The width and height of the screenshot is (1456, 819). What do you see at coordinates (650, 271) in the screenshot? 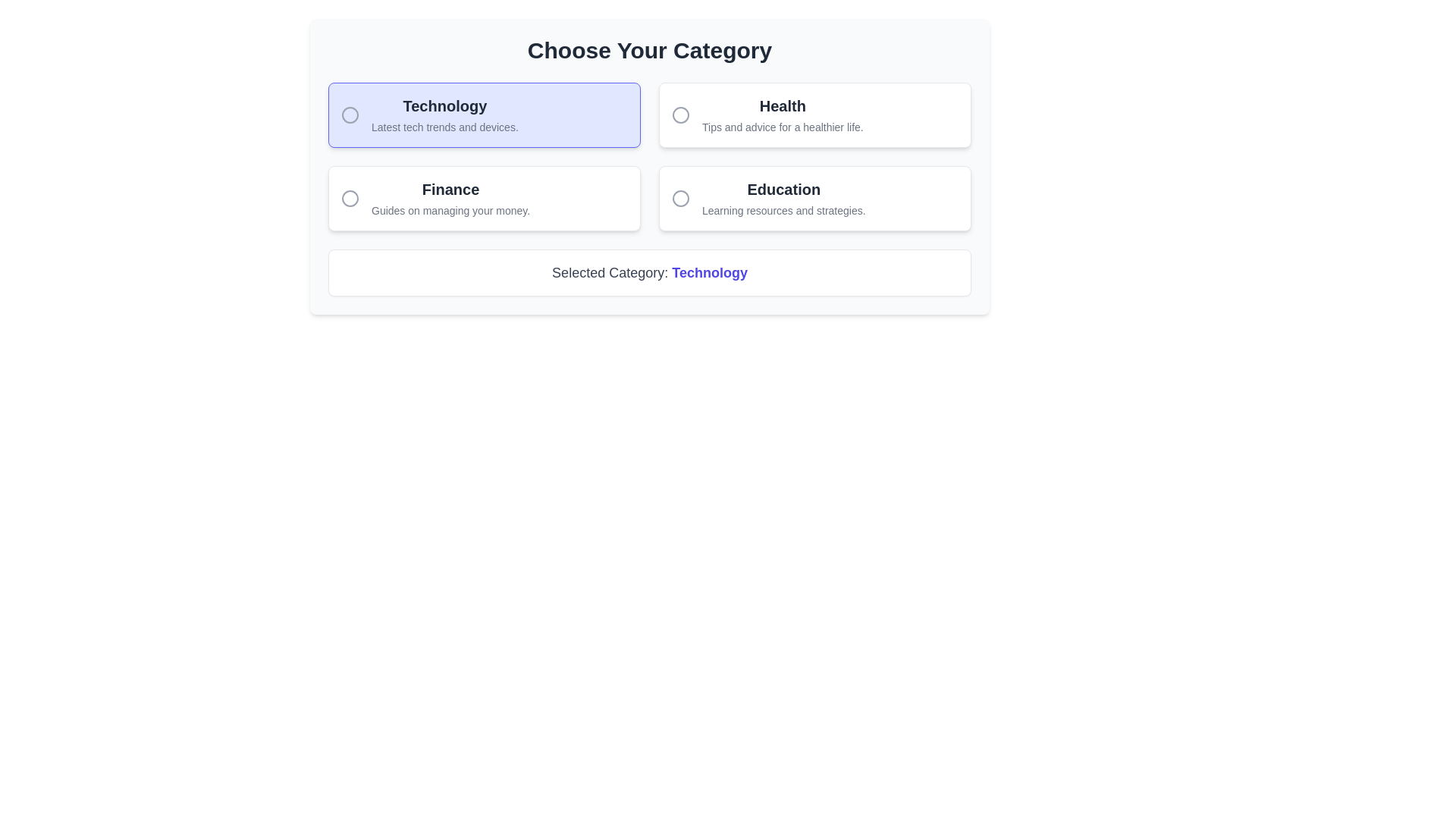
I see `the text label displaying 'Selected Category: Technology', which features the word 'Technology' in bold indigo, located underneath the category selection area` at bounding box center [650, 271].